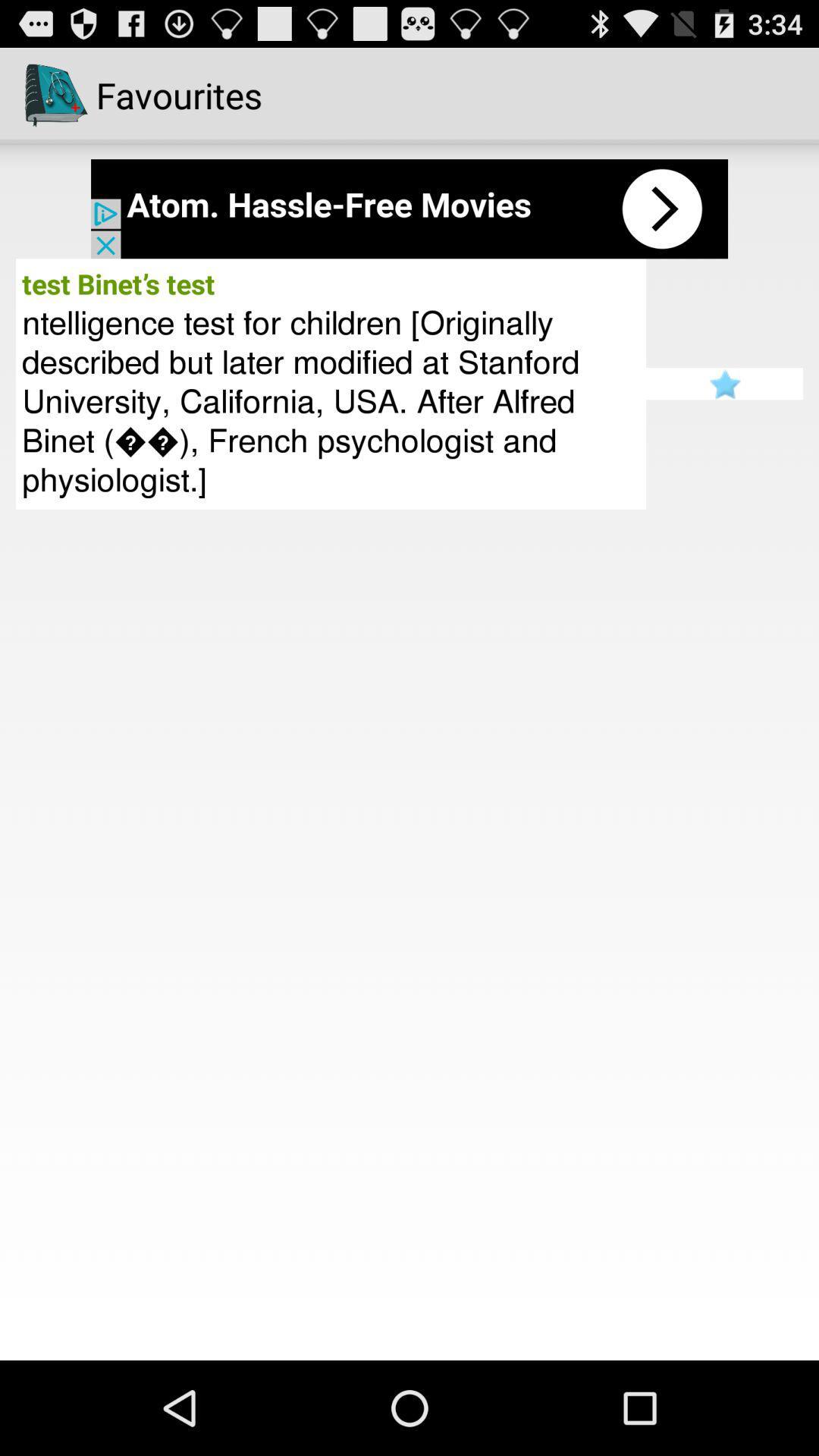 The width and height of the screenshot is (819, 1456). I want to click on as favorite, so click(723, 384).